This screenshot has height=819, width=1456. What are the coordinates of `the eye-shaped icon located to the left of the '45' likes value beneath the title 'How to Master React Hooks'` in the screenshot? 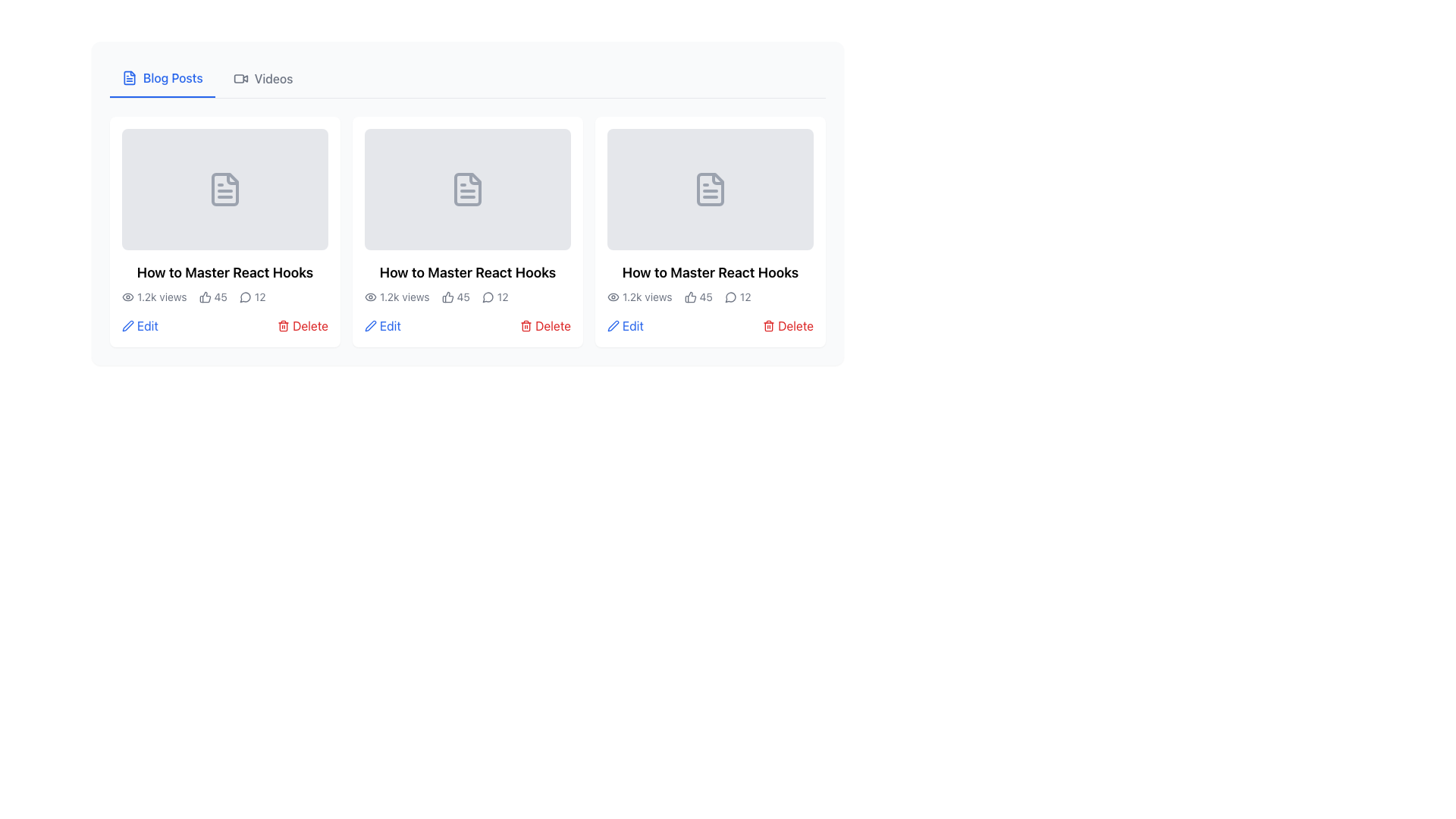 It's located at (127, 297).